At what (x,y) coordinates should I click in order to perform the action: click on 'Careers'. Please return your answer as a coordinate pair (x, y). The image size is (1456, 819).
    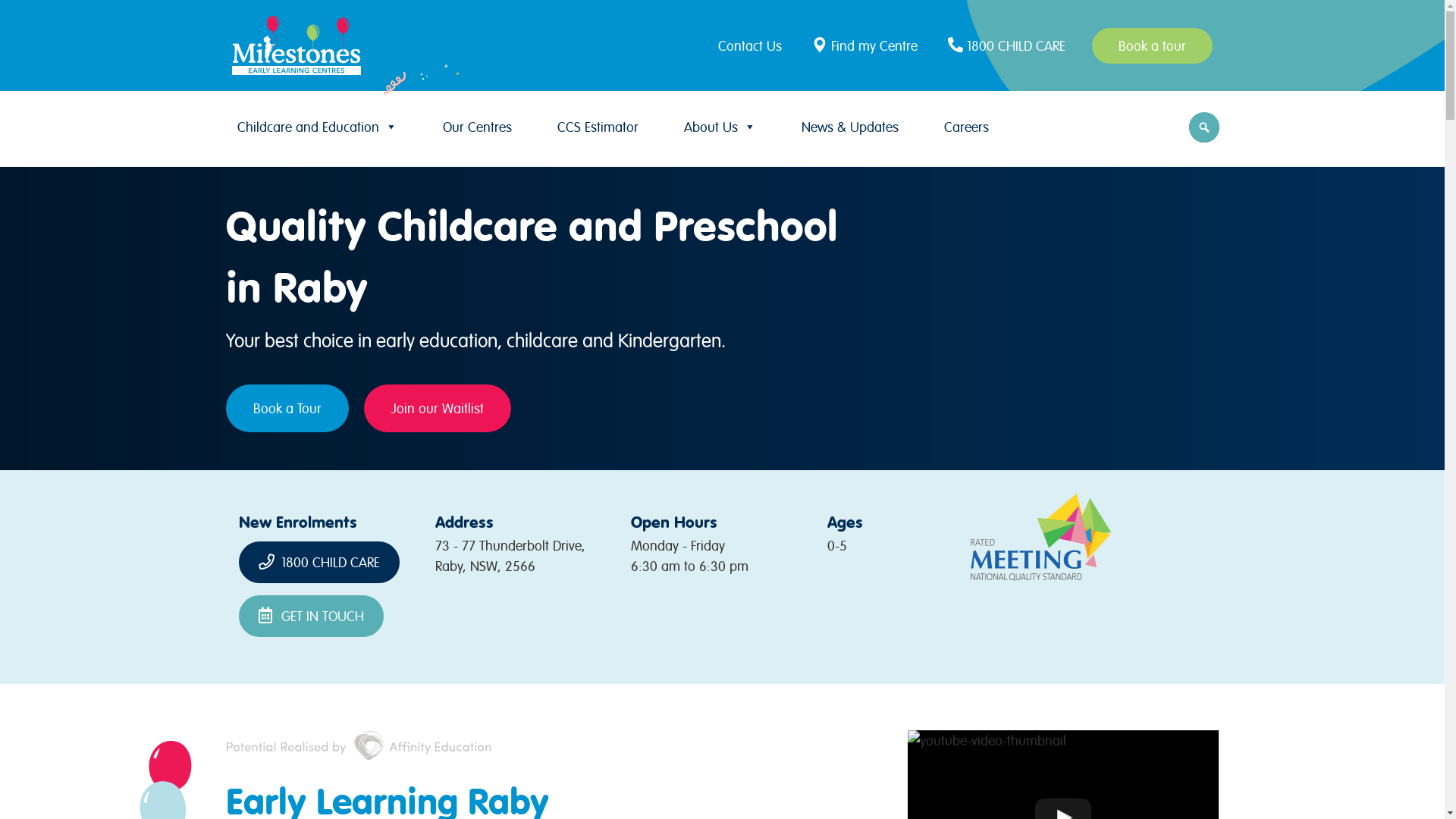
    Looking at the image, I should click on (965, 126).